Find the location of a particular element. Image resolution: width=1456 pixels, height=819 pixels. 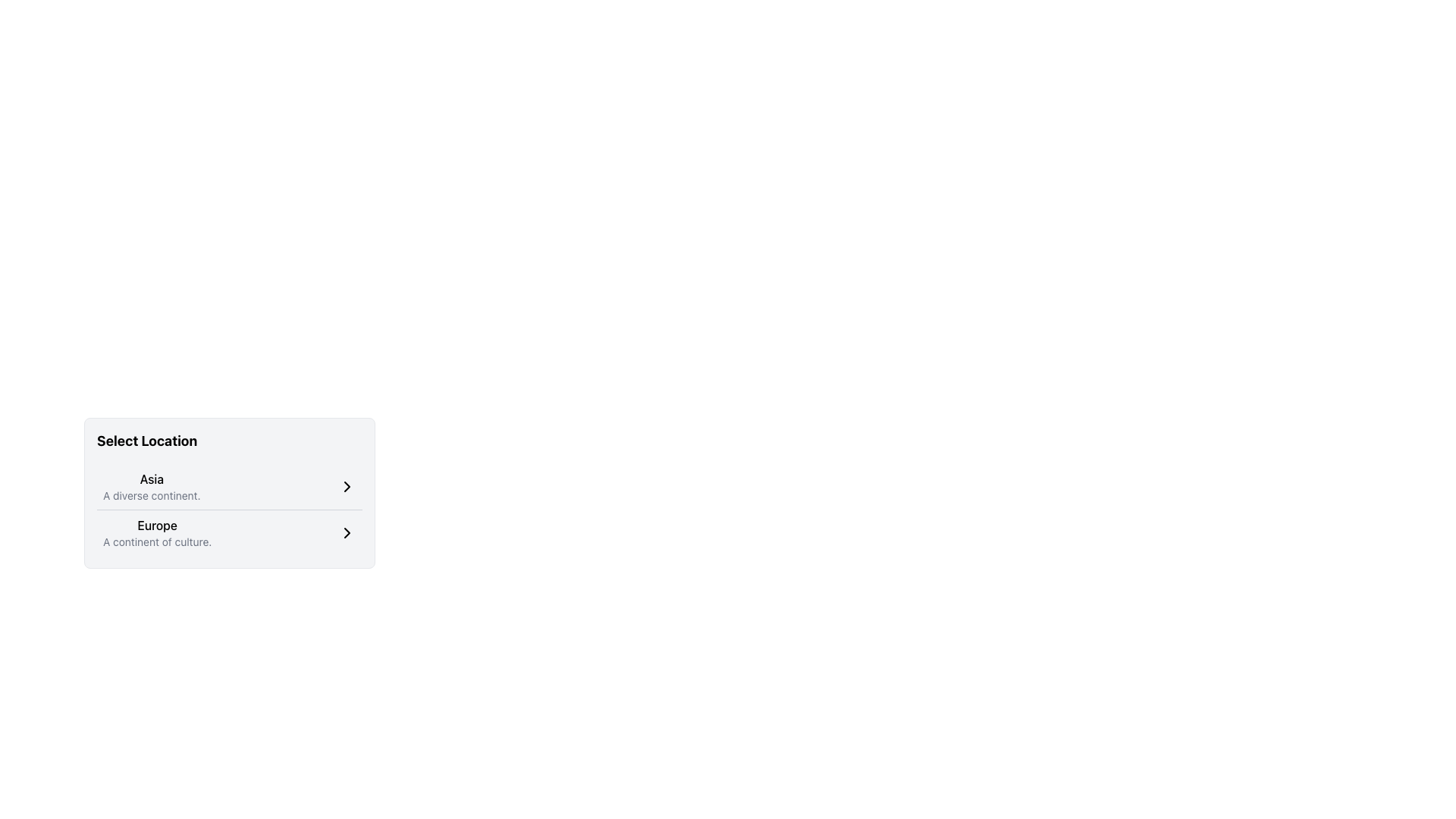

the list item titled 'Europe' which has a description 'A continent of culture.' and an arrow pointing right is located at coordinates (228, 532).